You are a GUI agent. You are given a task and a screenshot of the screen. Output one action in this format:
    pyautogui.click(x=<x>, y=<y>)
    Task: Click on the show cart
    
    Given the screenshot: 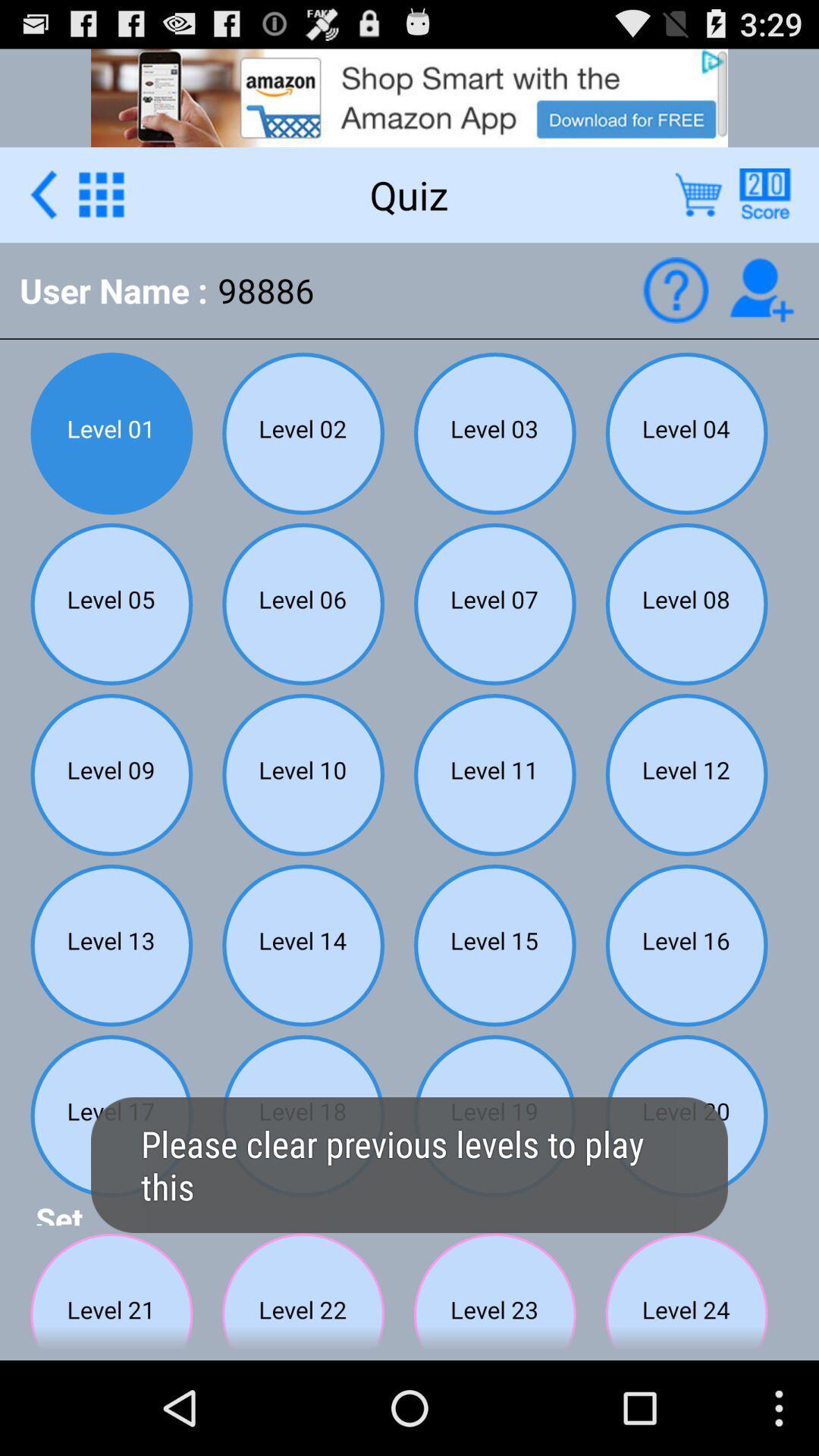 What is the action you would take?
    pyautogui.click(x=698, y=193)
    